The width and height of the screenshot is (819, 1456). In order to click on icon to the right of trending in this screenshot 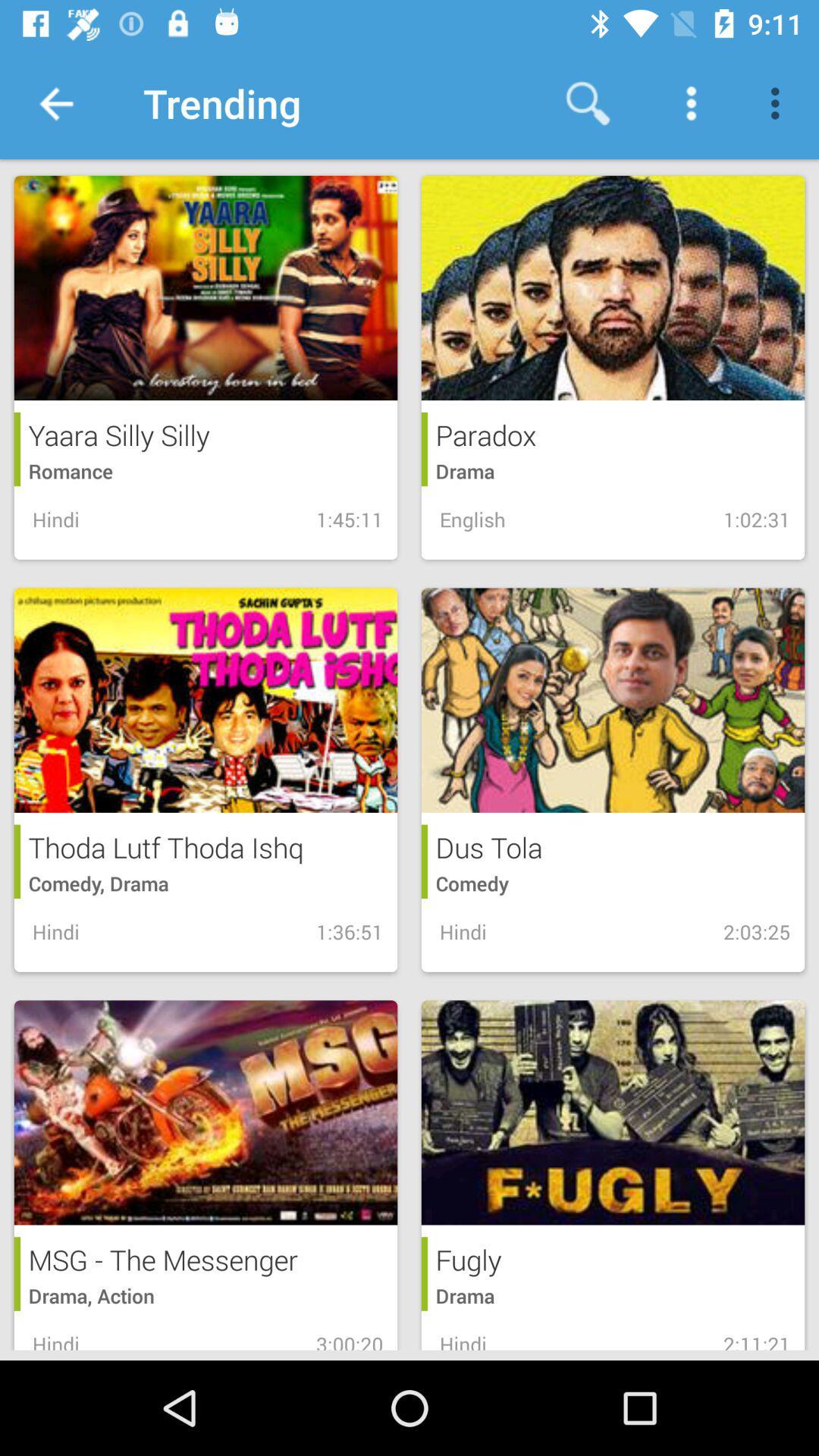, I will do `click(587, 102)`.